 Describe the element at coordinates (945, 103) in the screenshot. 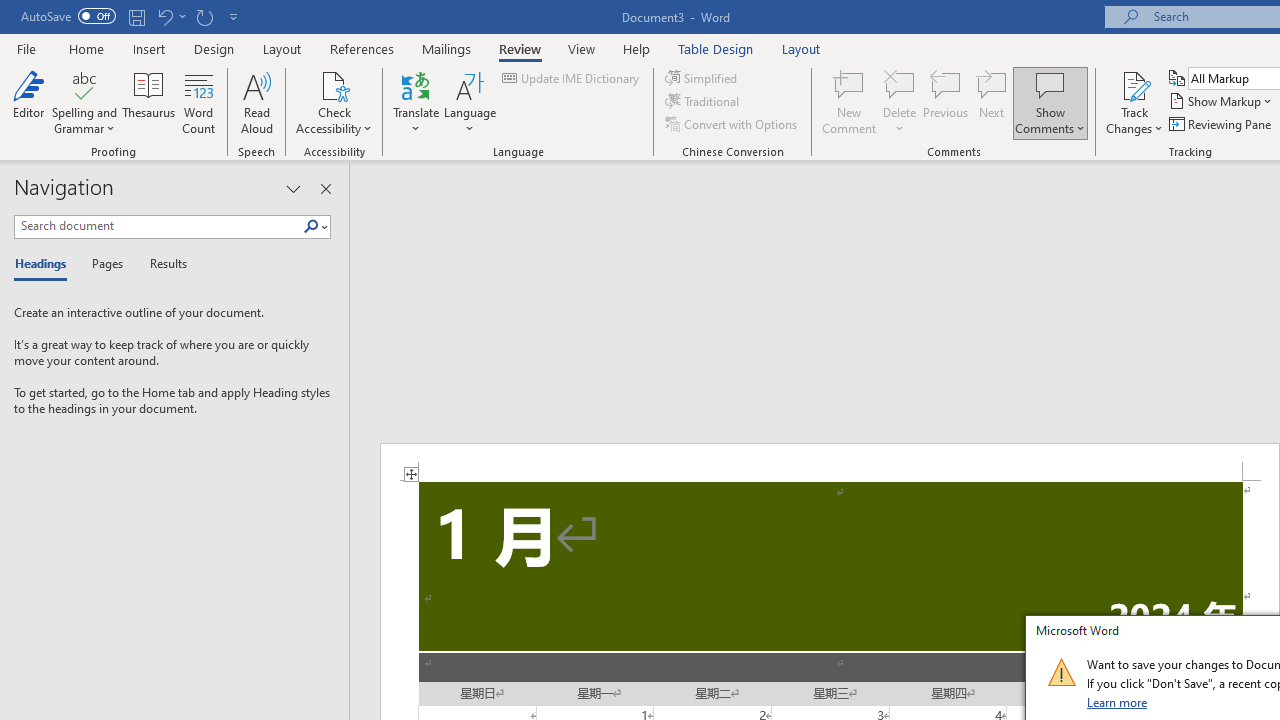

I see `'Previous'` at that location.